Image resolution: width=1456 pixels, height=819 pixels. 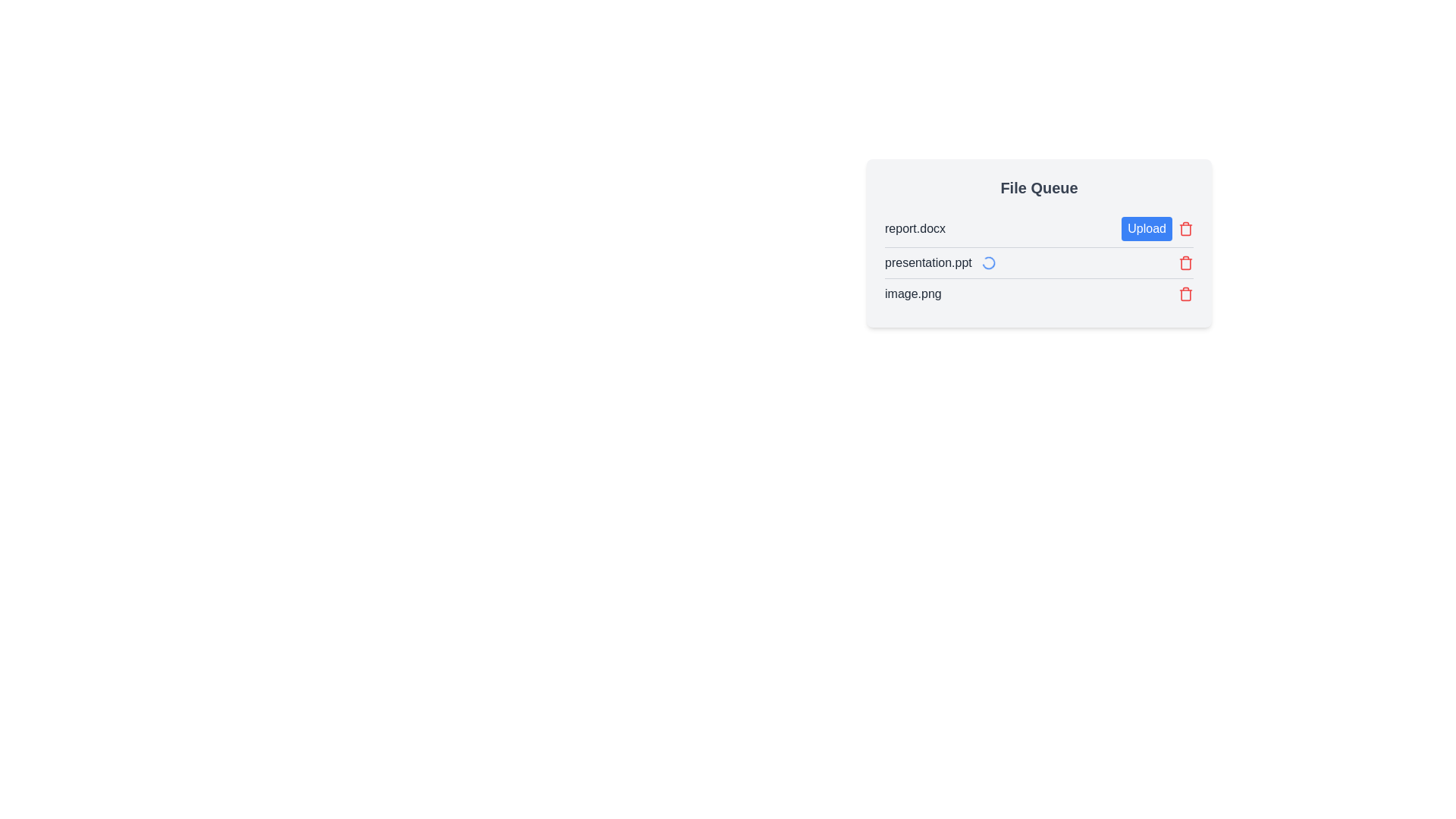 I want to click on the text element displaying the file name 'presentation.ppt' with an animated blue circular icon to its right, located in the second row of the file queue list, so click(x=940, y=262).